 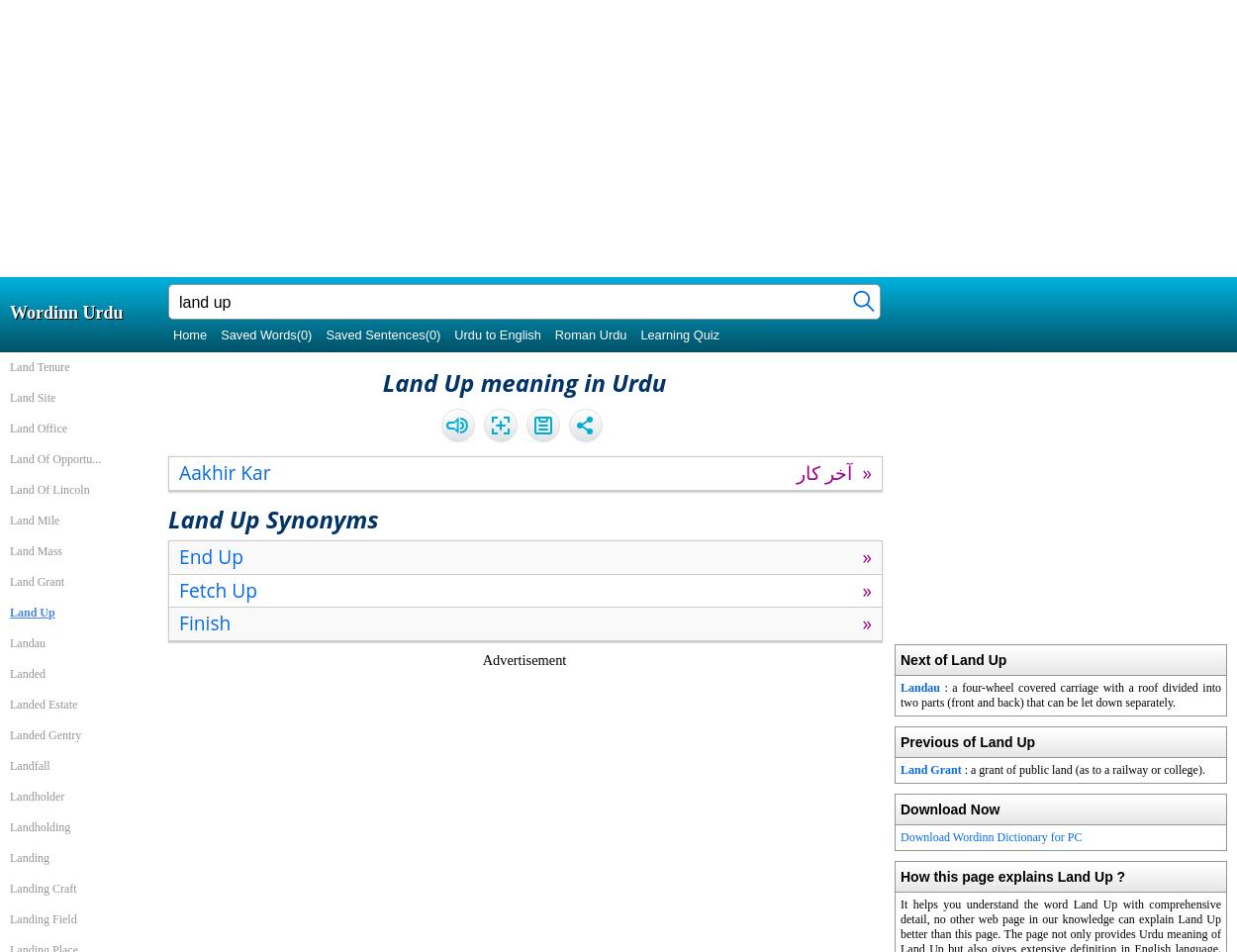 What do you see at coordinates (991, 836) in the screenshot?
I see `'Download Wordinn Dictionary for PC'` at bounding box center [991, 836].